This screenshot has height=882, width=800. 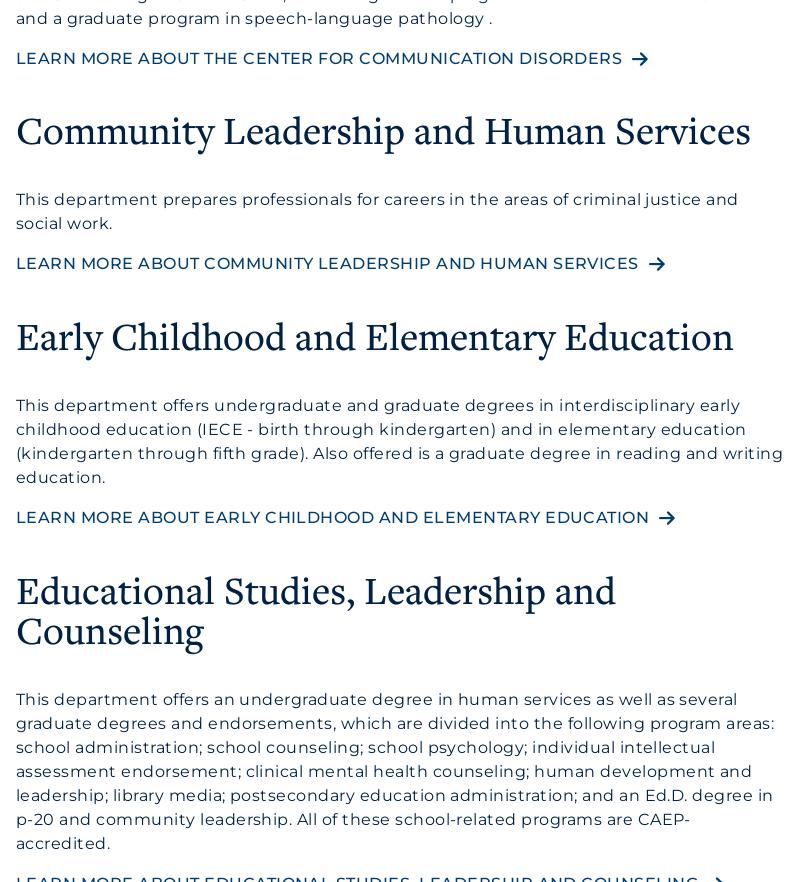 I want to click on 'Early Childhood and Elementary Education', so click(x=374, y=334).